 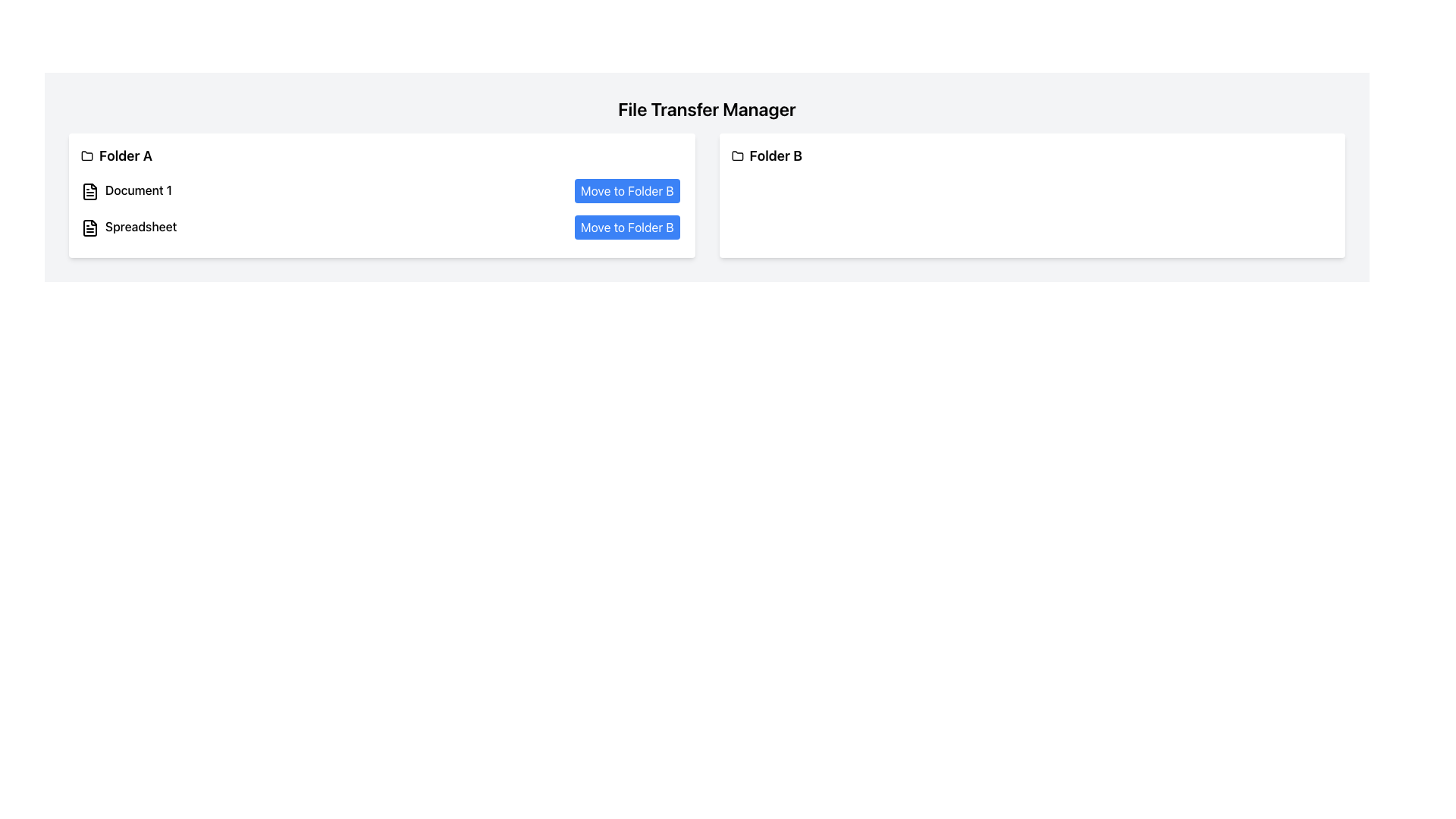 What do you see at coordinates (737, 155) in the screenshot?
I see `the decorative folder icon located in the right section of the interface, near the label 'Folder B'` at bounding box center [737, 155].